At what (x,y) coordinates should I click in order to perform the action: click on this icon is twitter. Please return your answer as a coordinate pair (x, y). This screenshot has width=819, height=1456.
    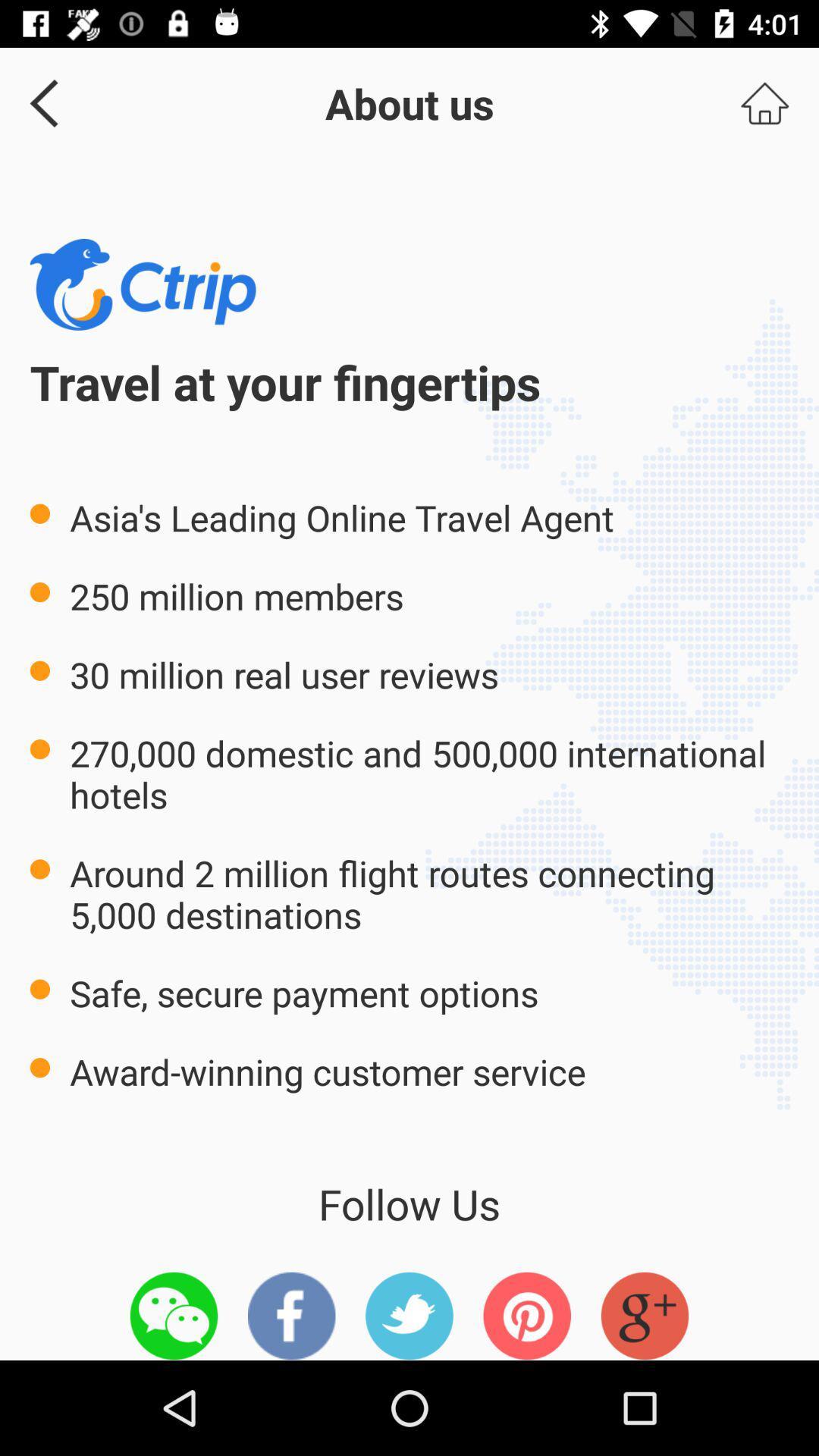
    Looking at the image, I should click on (409, 1315).